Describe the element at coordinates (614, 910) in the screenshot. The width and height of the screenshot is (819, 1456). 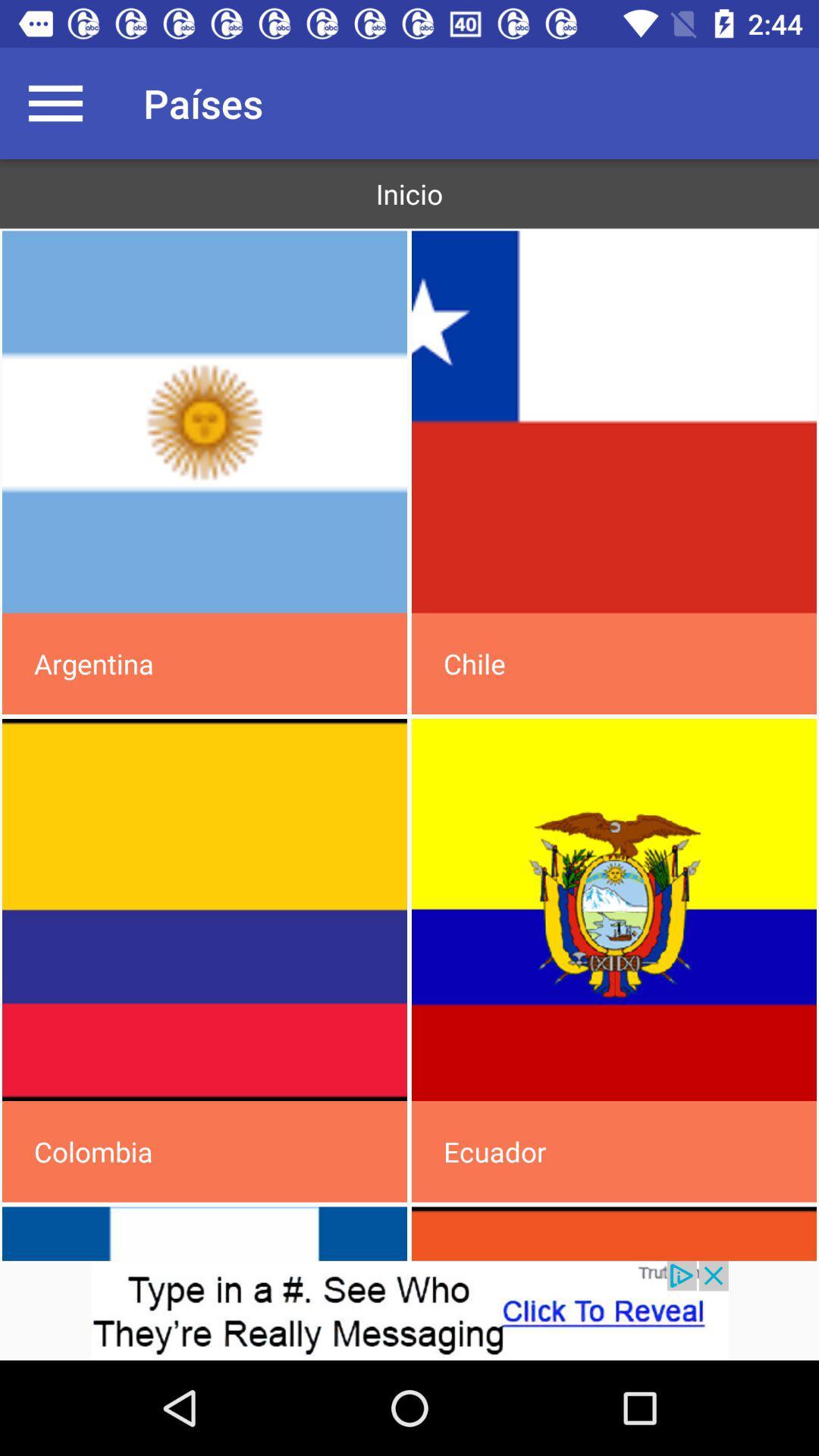
I see `the country` at that location.